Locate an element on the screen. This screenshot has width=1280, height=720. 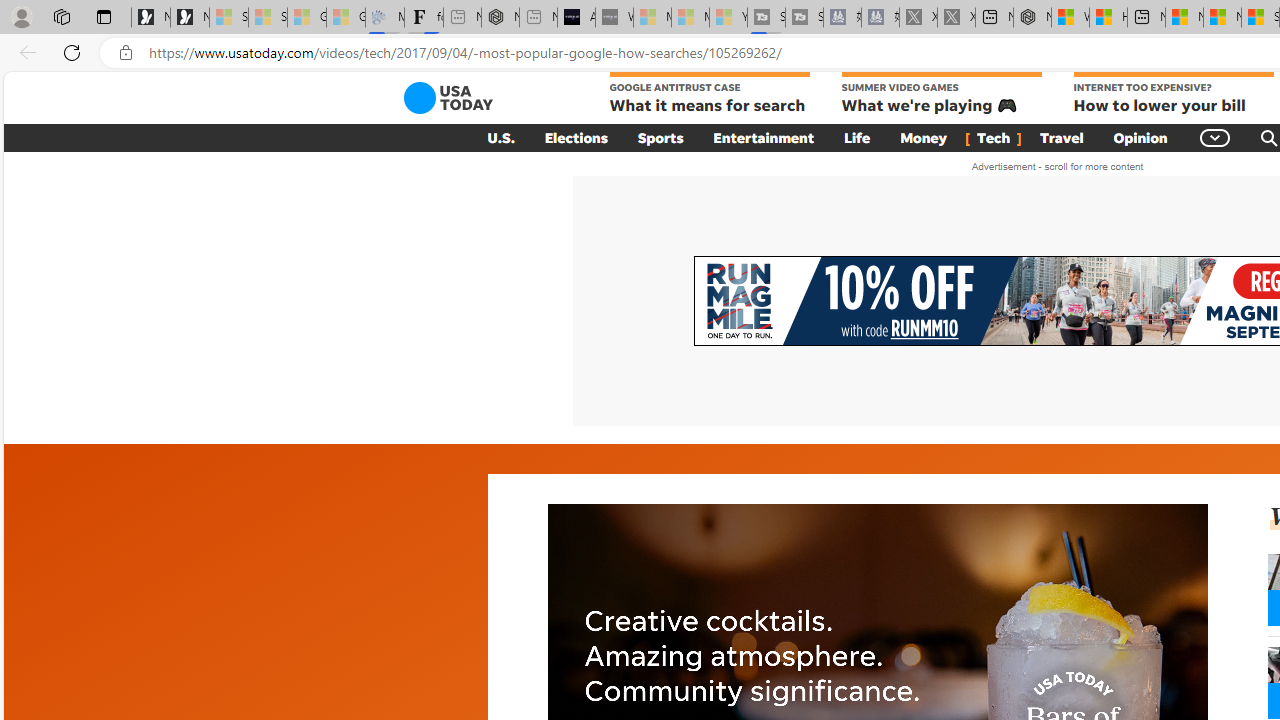
'Life' is located at coordinates (857, 136).